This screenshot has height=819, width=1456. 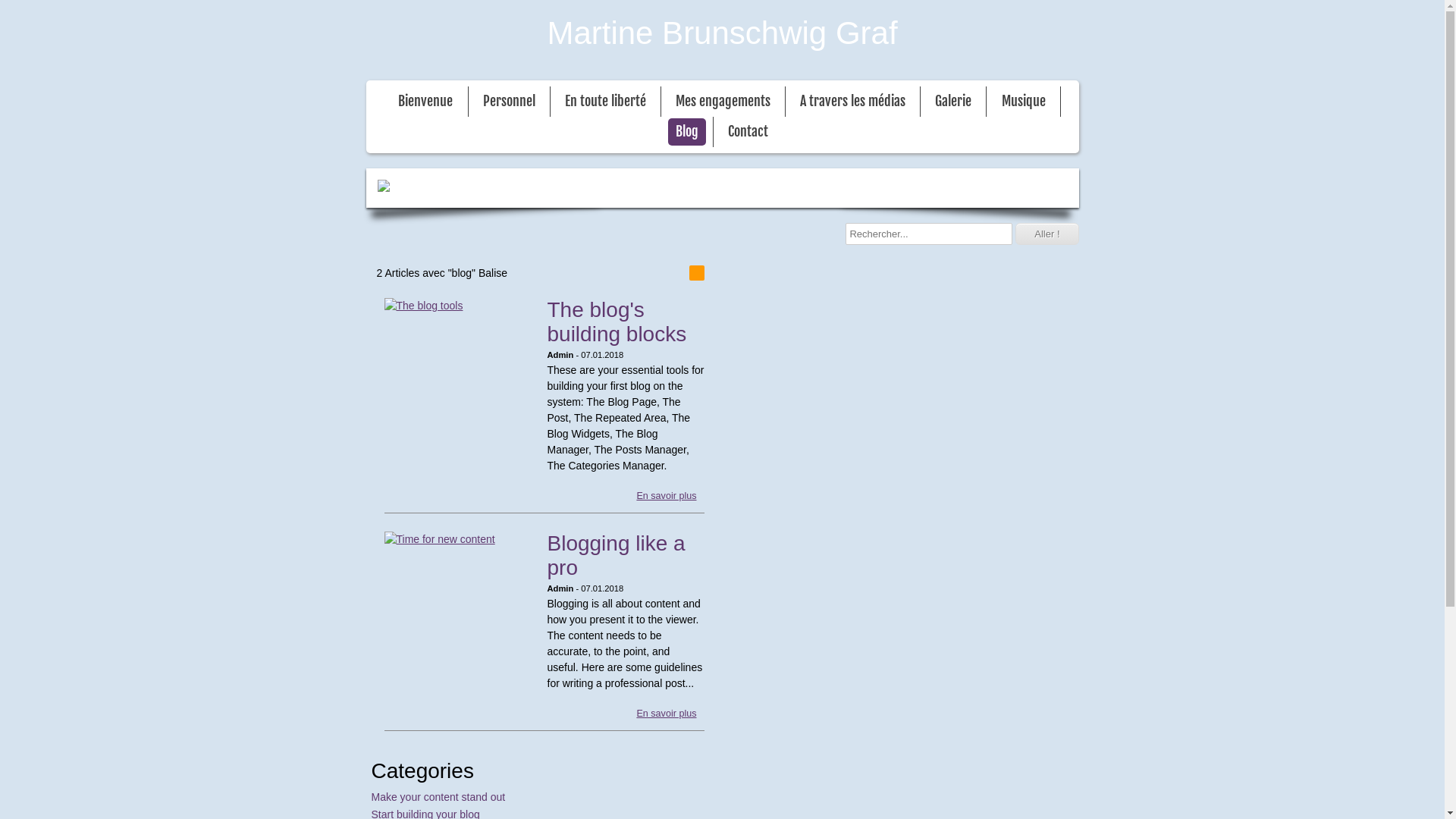 What do you see at coordinates (748, 130) in the screenshot?
I see `'Contact'` at bounding box center [748, 130].